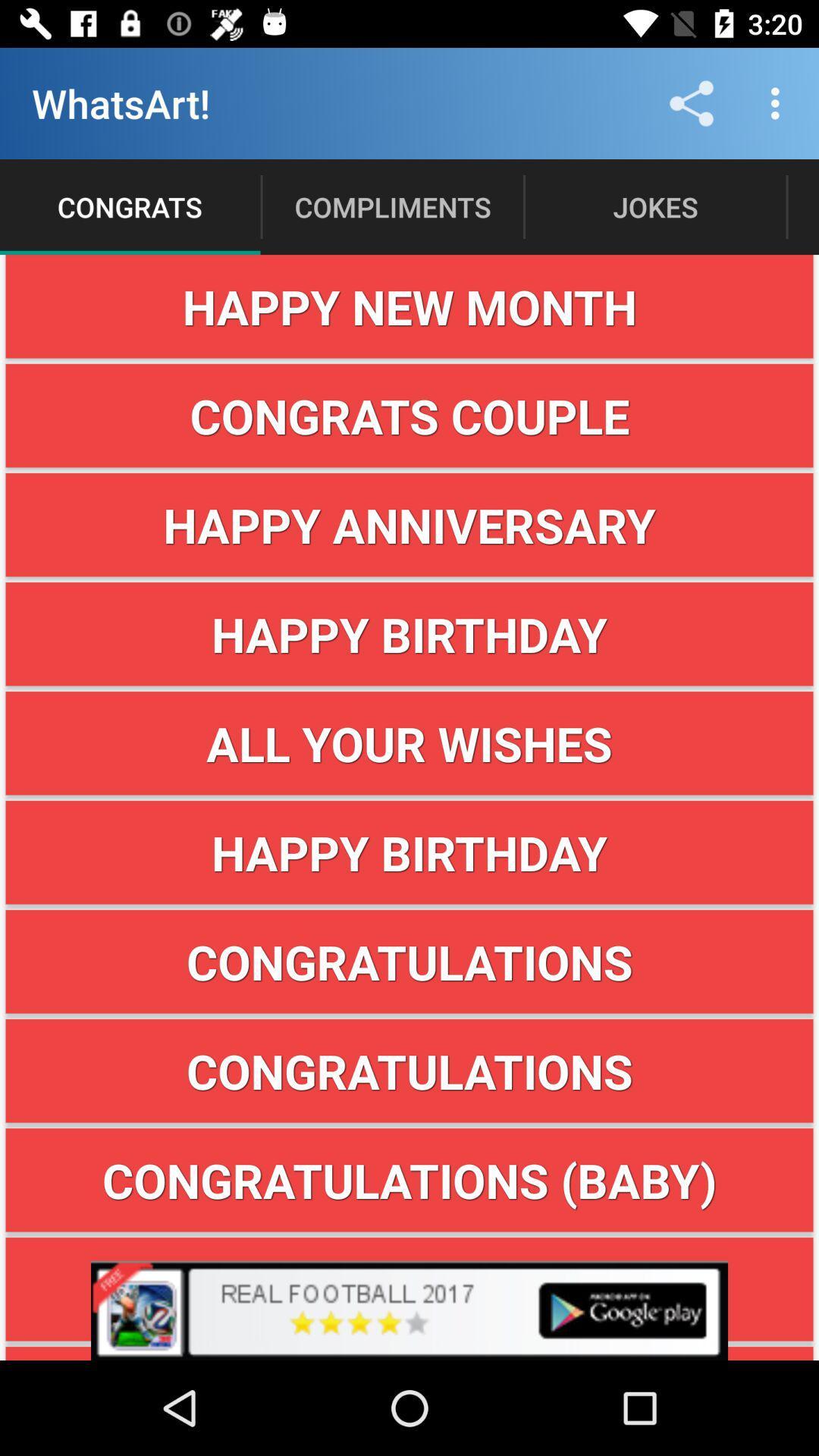 This screenshot has height=1456, width=819. What do you see at coordinates (409, 525) in the screenshot?
I see `happy anniversary above happy birthday` at bounding box center [409, 525].